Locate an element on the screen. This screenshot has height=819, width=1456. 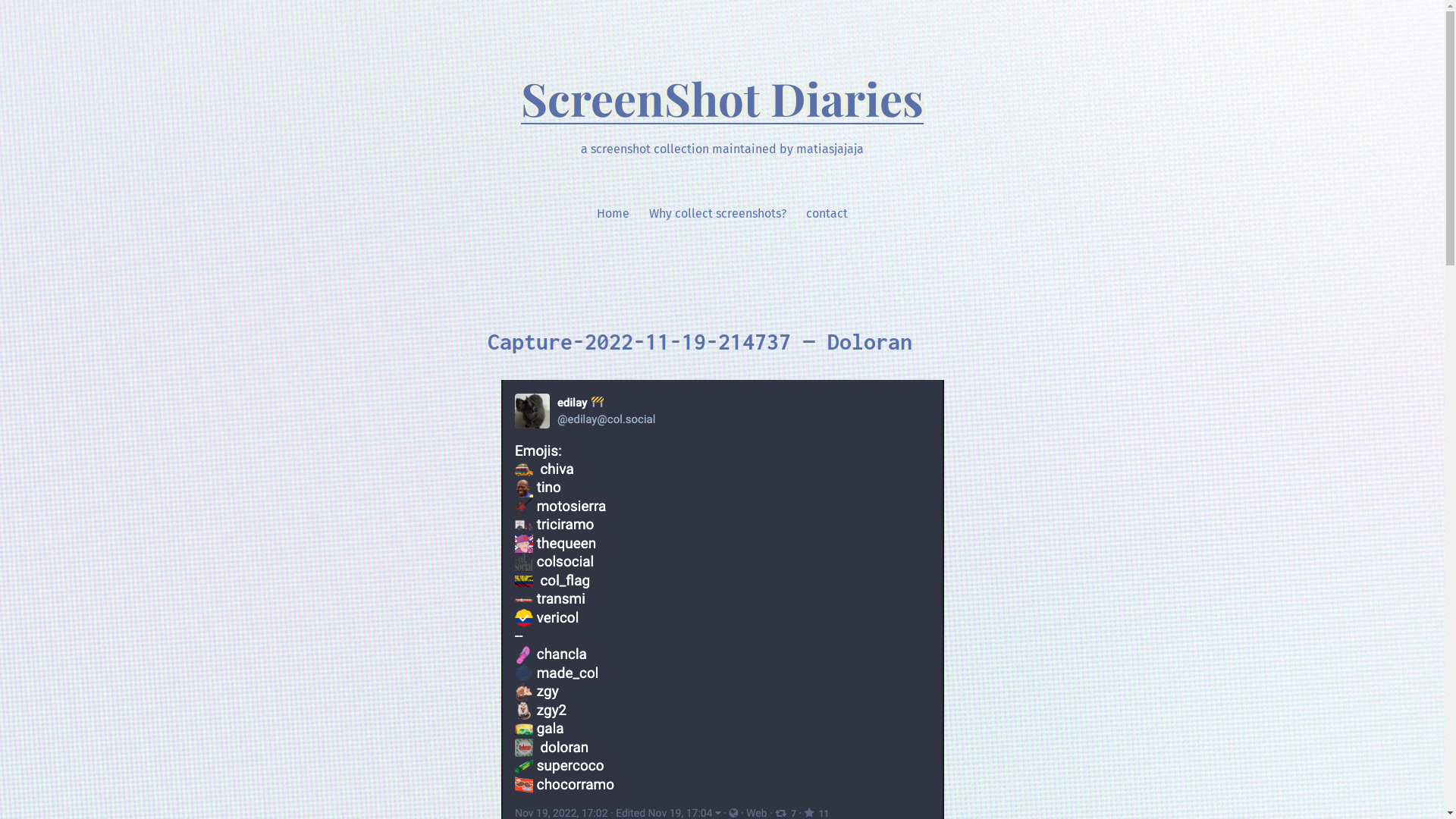
'Why collect screenshots?' is located at coordinates (717, 213).